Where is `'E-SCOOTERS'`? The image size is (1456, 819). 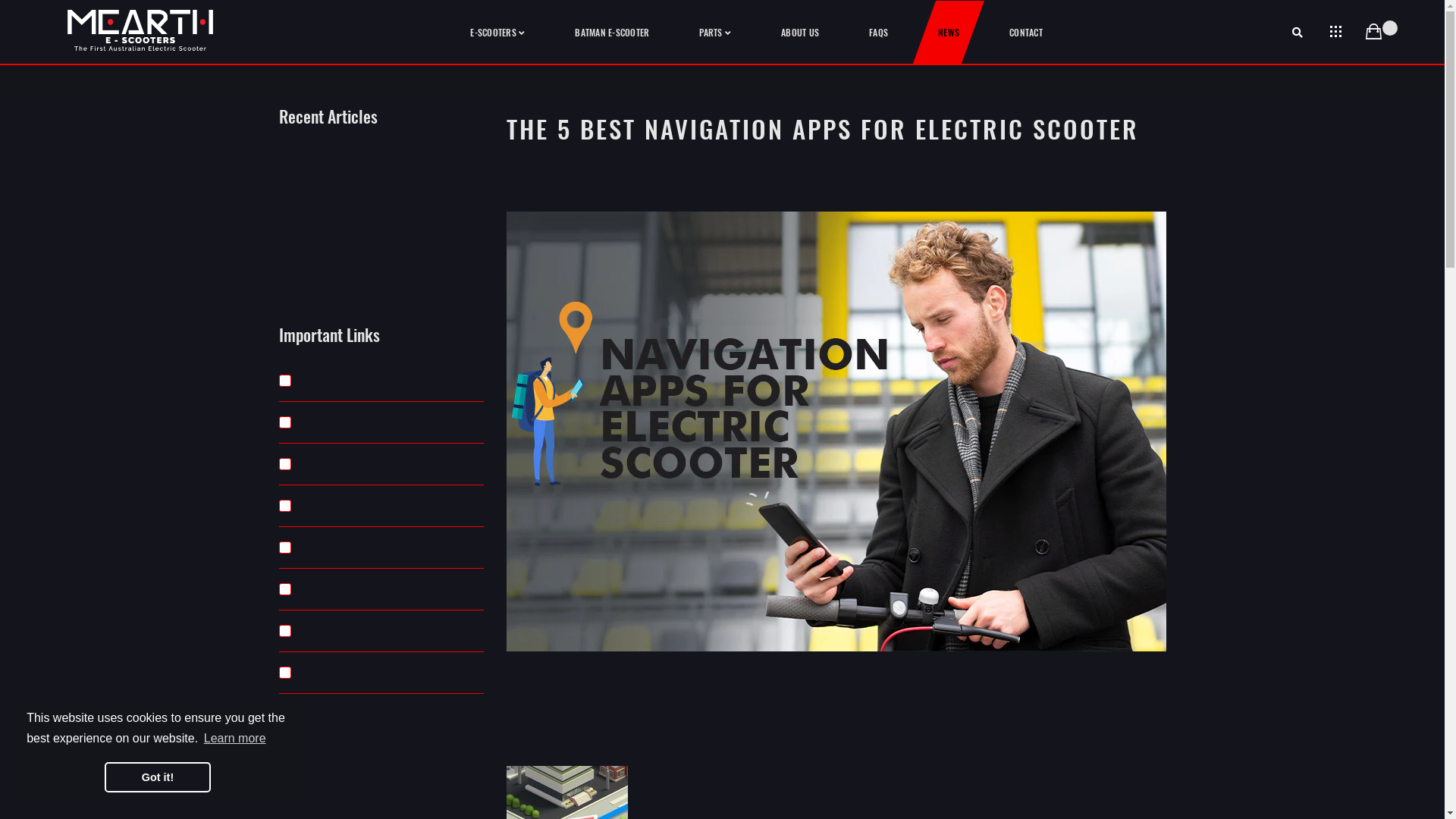
'E-SCOOTERS' is located at coordinates (497, 32).